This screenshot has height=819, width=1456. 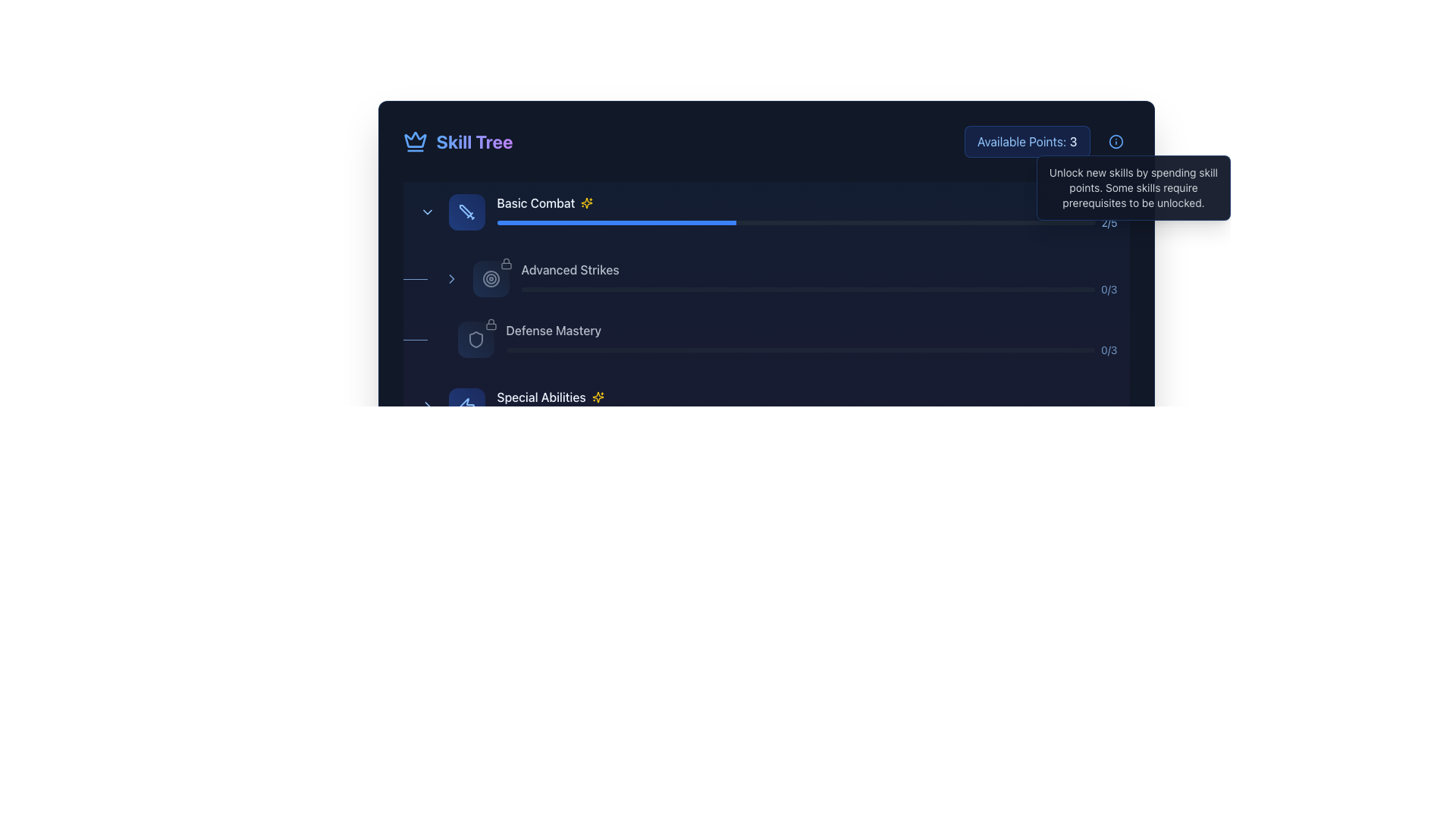 I want to click on the visual marker that highlights the 'Basic Combat' option, positioned to the right of the text, so click(x=586, y=202).